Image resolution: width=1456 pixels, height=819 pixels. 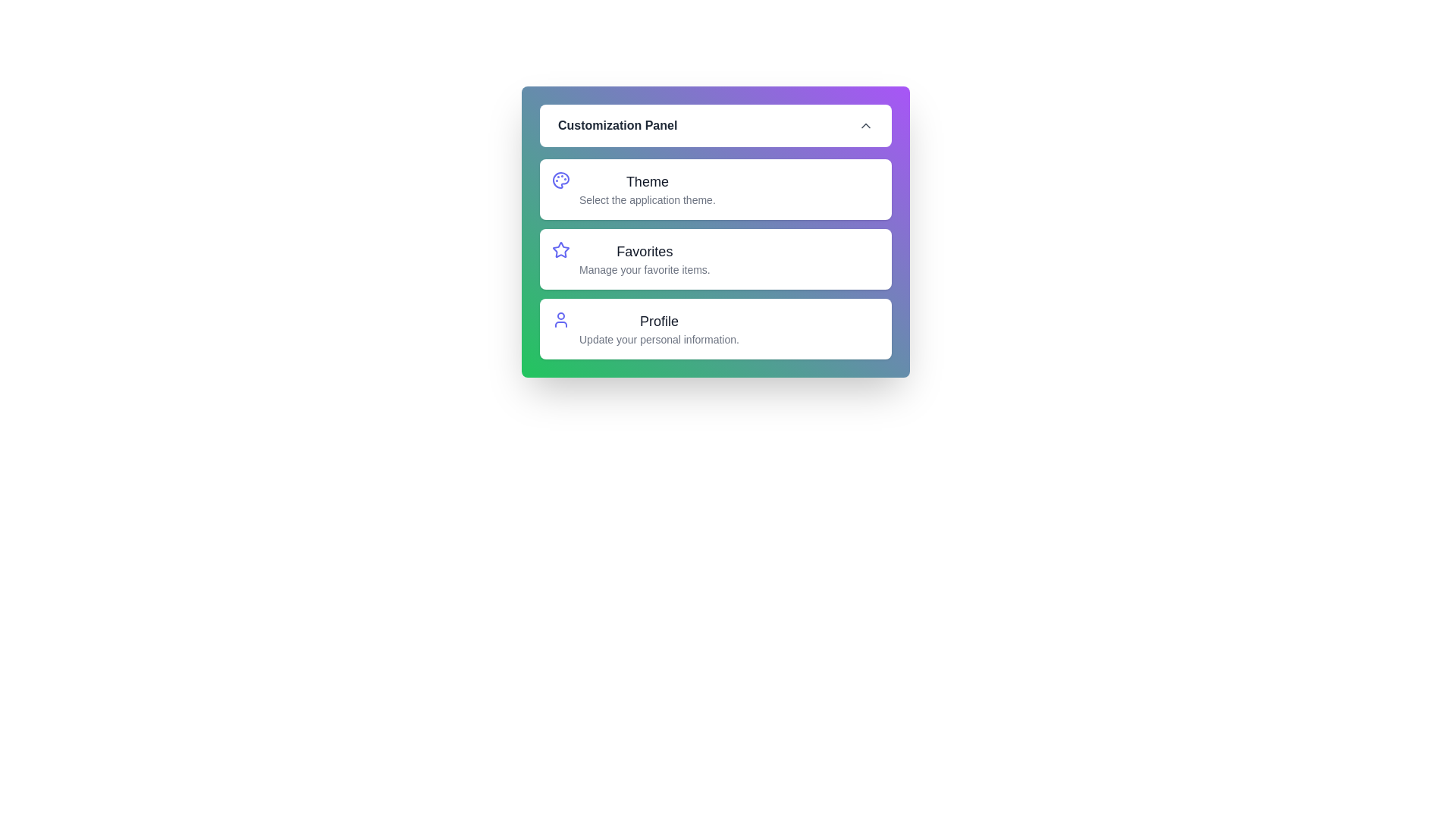 I want to click on the Favorites option from the customization panel, so click(x=560, y=259).